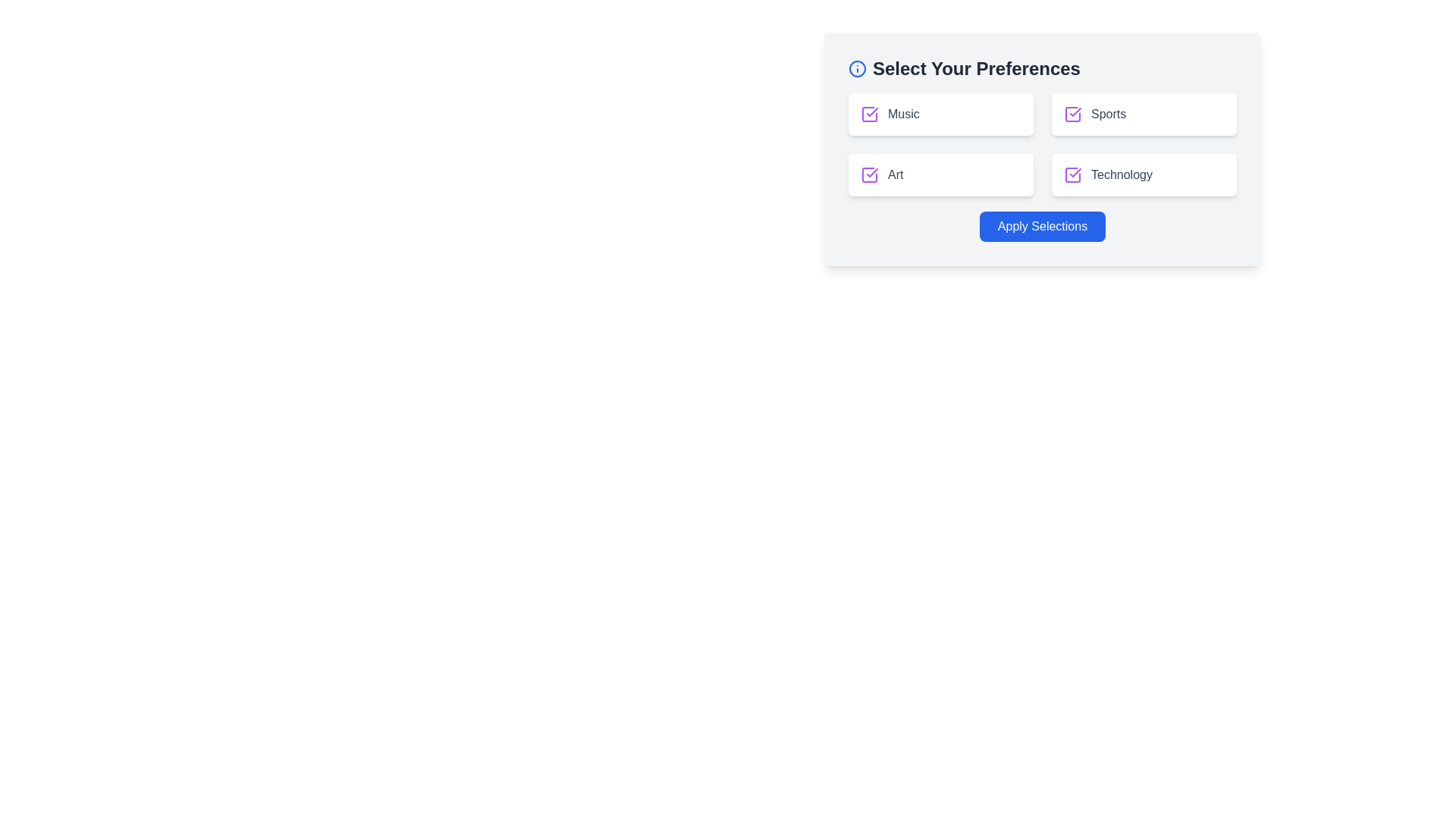 The width and height of the screenshot is (1456, 819). Describe the element at coordinates (1144, 113) in the screenshot. I see `the checkbox labeled 'Sports' with a purple outline to select or interact further` at that location.